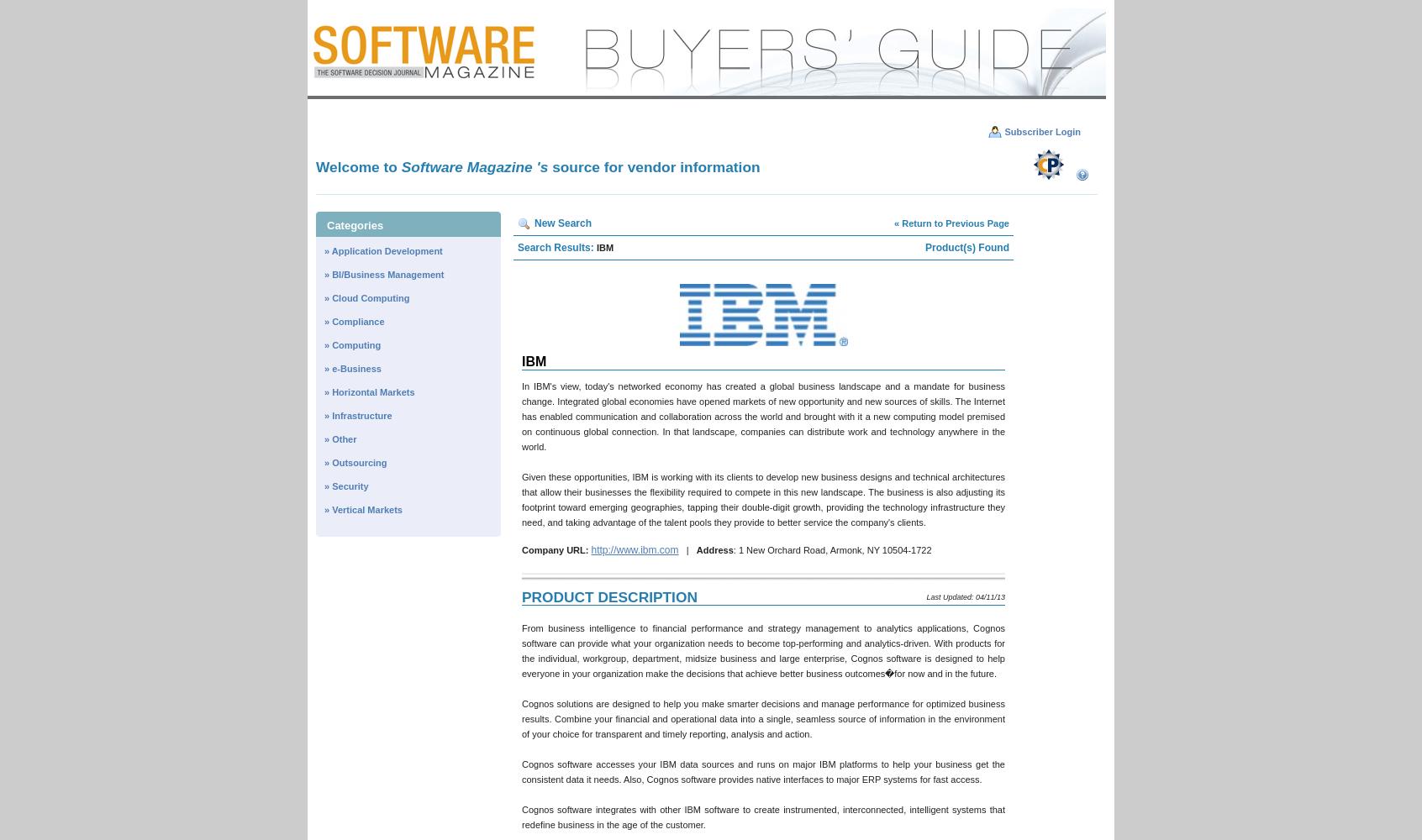  I want to click on 'Categories', so click(355, 225).